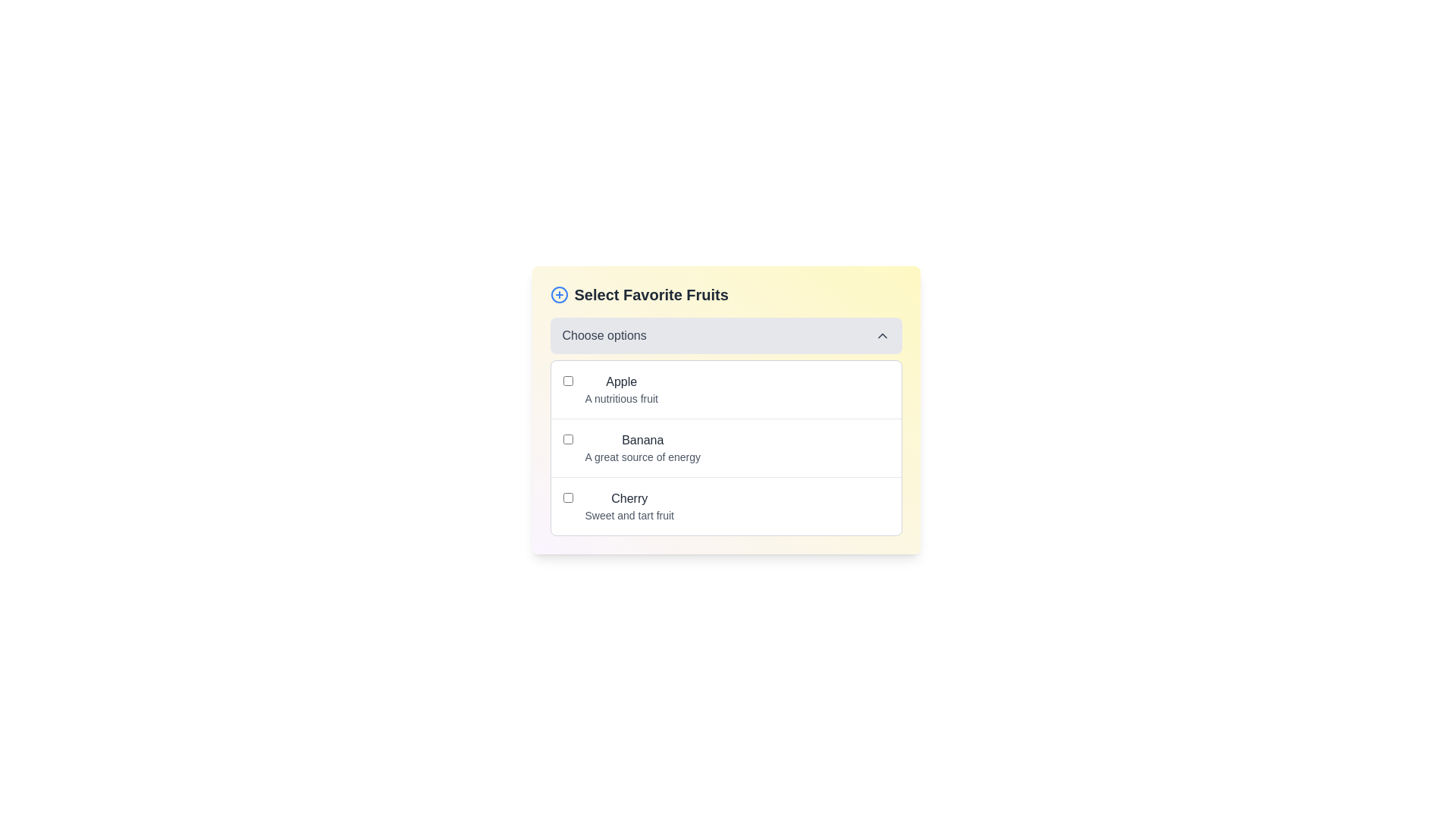  What do you see at coordinates (651, 295) in the screenshot?
I see `the bold, dark gray text label that reads 'Select Favorite Fruits', which is prominently positioned at the top of a form-like section` at bounding box center [651, 295].